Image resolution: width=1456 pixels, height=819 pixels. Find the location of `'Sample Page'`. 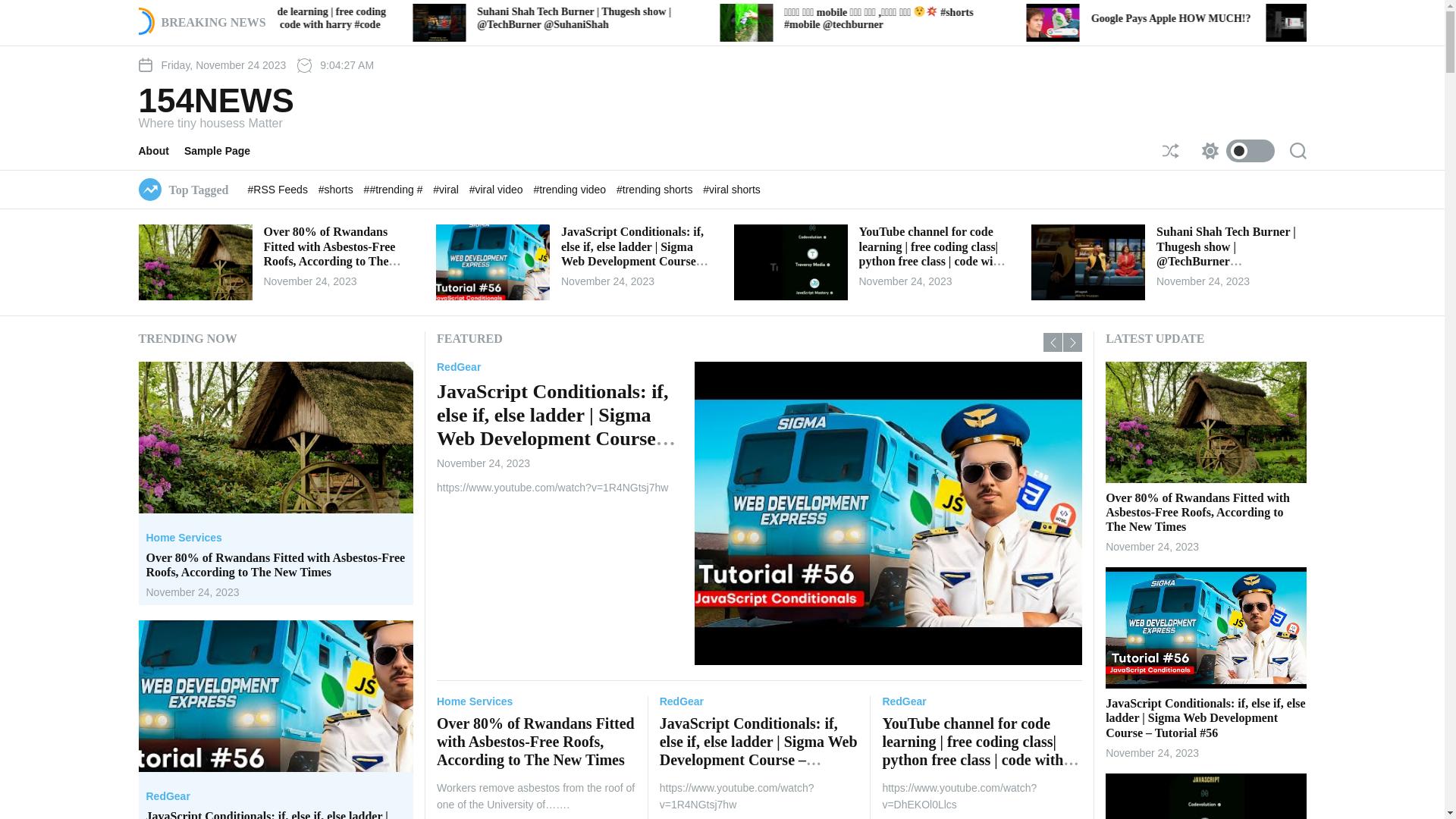

'Sample Page' is located at coordinates (224, 151).